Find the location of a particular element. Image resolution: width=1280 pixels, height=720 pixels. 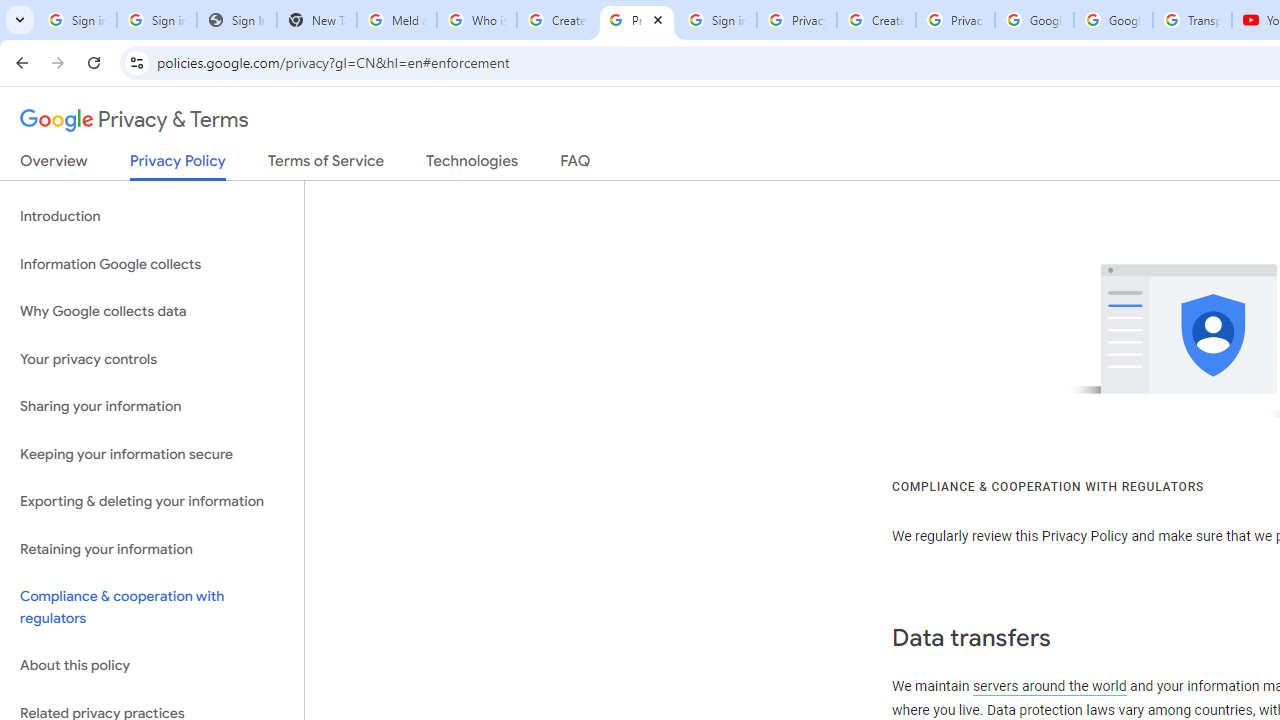

'Sharing your information' is located at coordinates (151, 406).